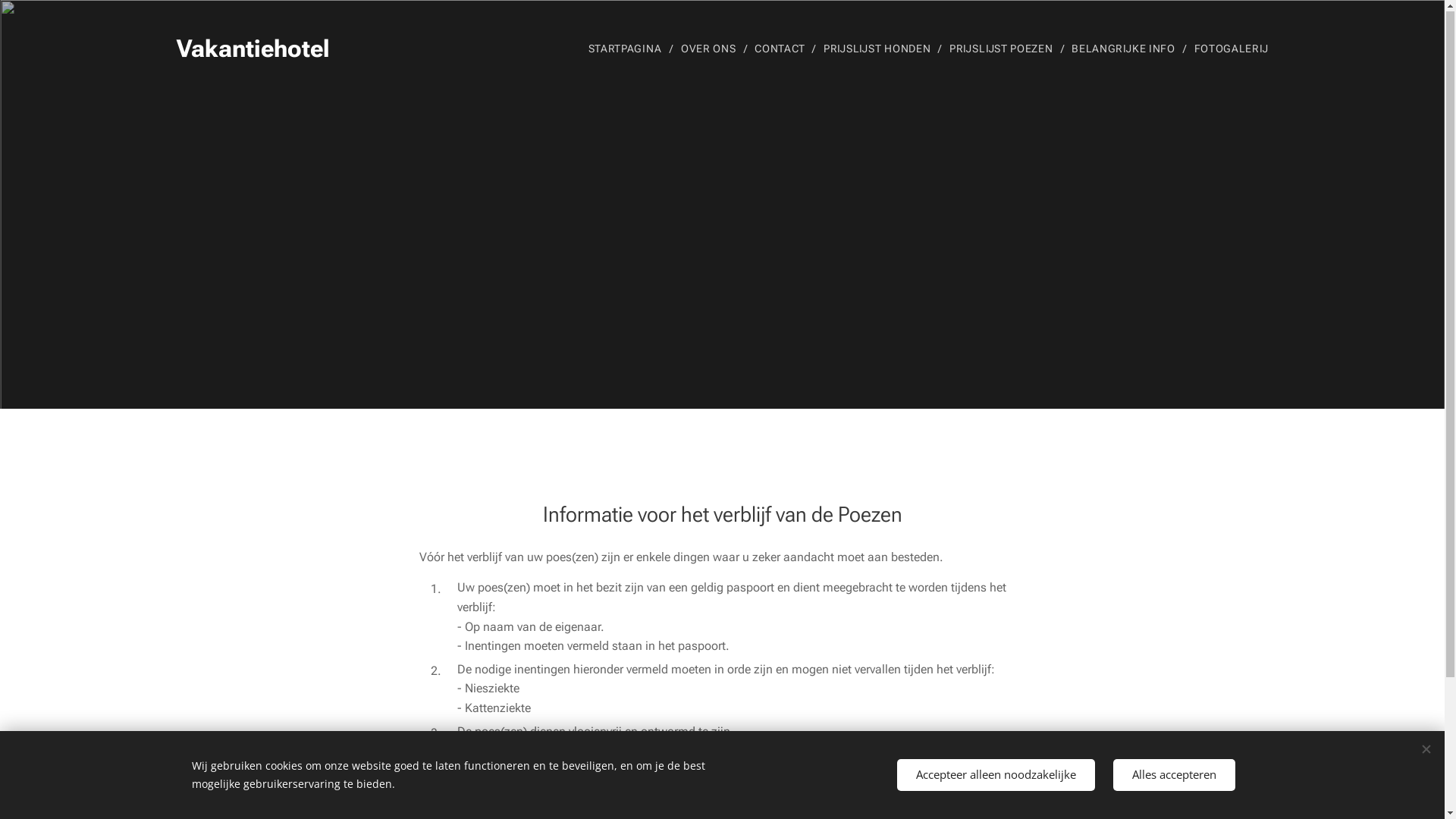  I want to click on 'Accepteer alleen noodzakelijke', so click(995, 775).